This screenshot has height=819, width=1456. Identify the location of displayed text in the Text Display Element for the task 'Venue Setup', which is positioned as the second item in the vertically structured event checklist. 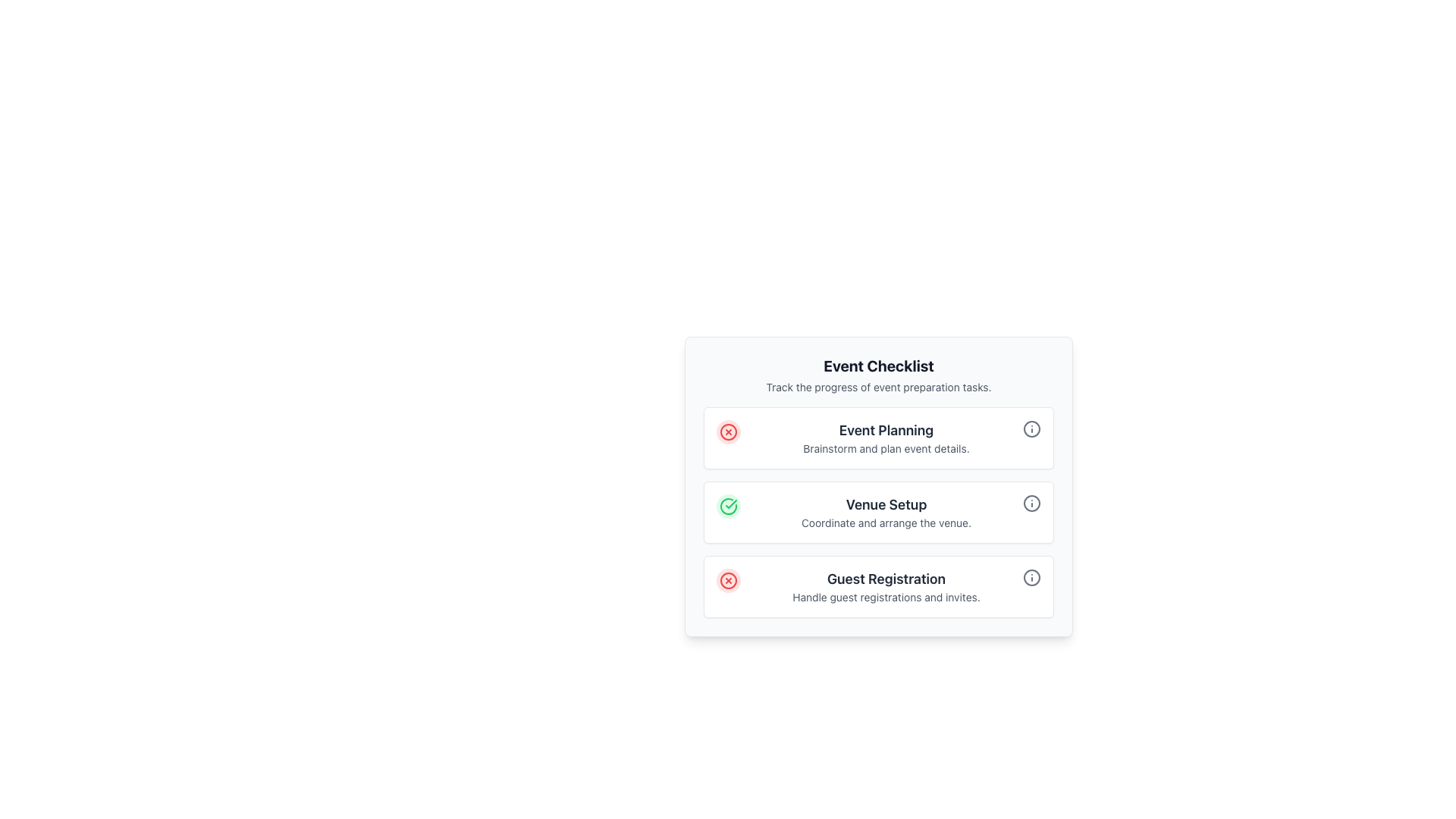
(886, 512).